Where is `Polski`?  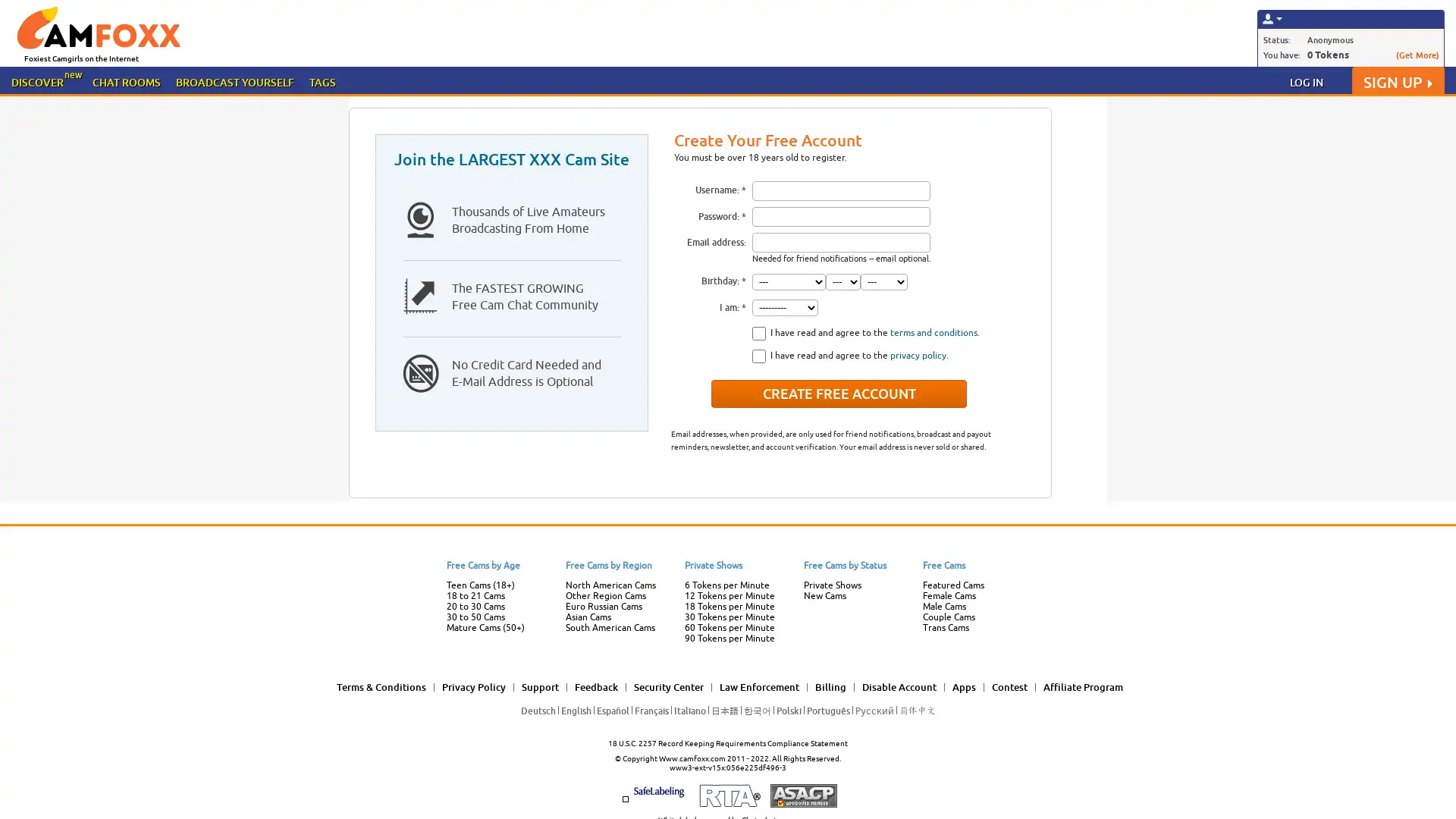 Polski is located at coordinates (789, 711).